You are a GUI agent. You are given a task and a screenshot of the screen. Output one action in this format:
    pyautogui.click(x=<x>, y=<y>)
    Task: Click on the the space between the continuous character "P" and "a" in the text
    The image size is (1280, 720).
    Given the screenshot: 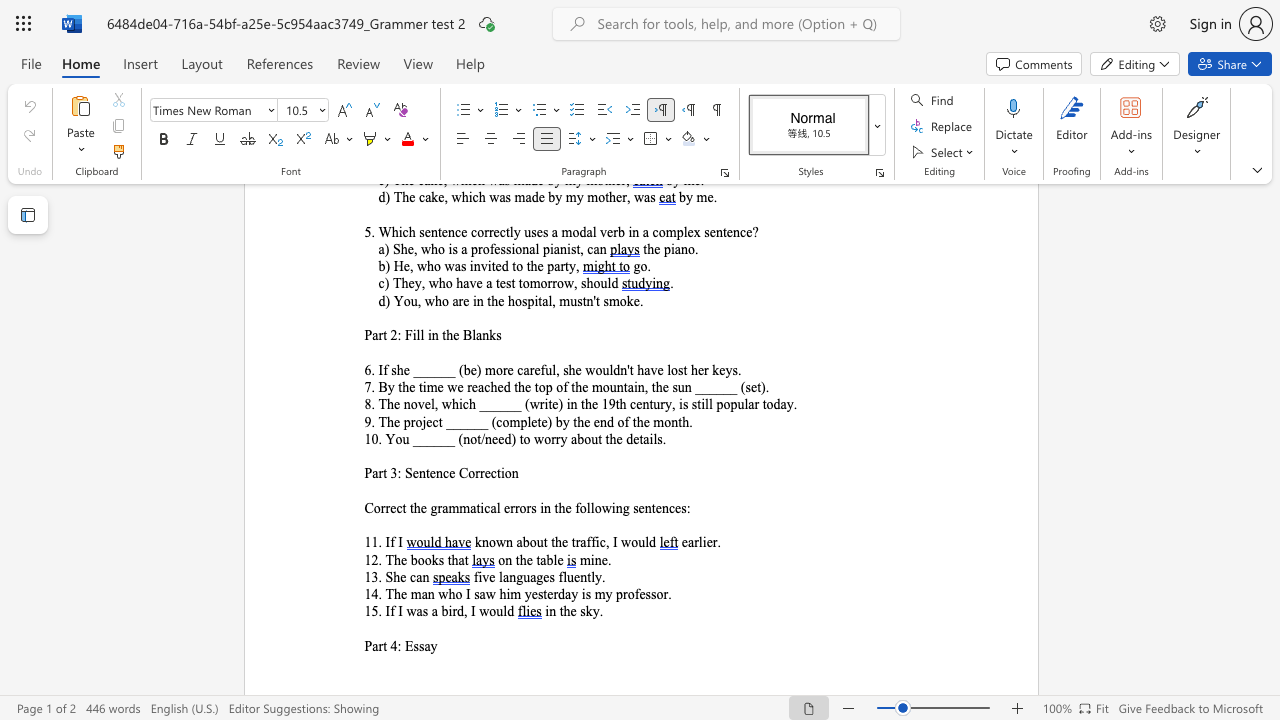 What is the action you would take?
    pyautogui.click(x=371, y=646)
    